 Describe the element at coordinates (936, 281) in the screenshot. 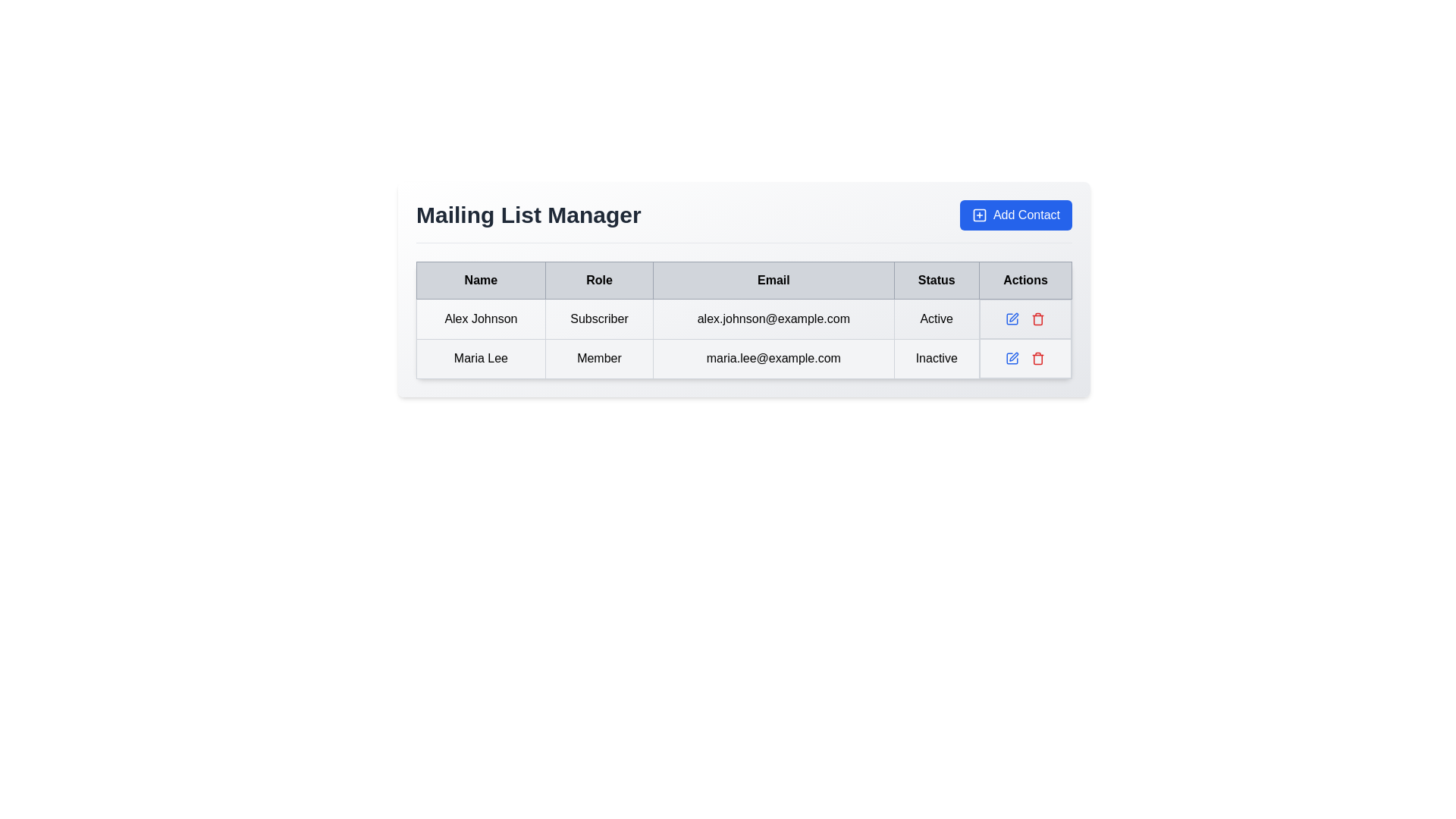

I see `the Table Header Cell labeled 'Status', which is the fourth cell in the header row of the table` at that location.